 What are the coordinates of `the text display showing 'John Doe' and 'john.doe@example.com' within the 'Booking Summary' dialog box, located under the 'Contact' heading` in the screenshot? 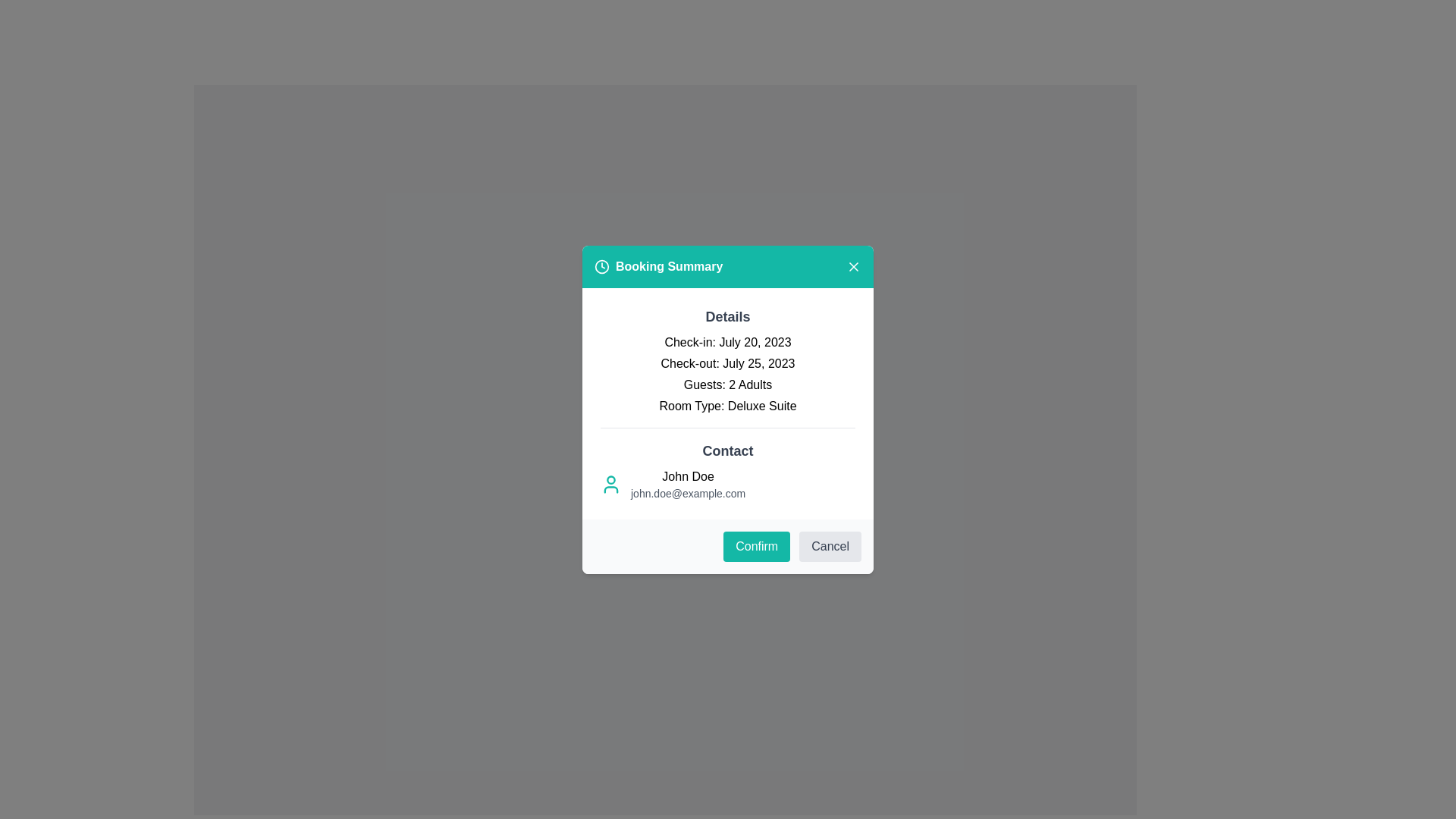 It's located at (687, 484).